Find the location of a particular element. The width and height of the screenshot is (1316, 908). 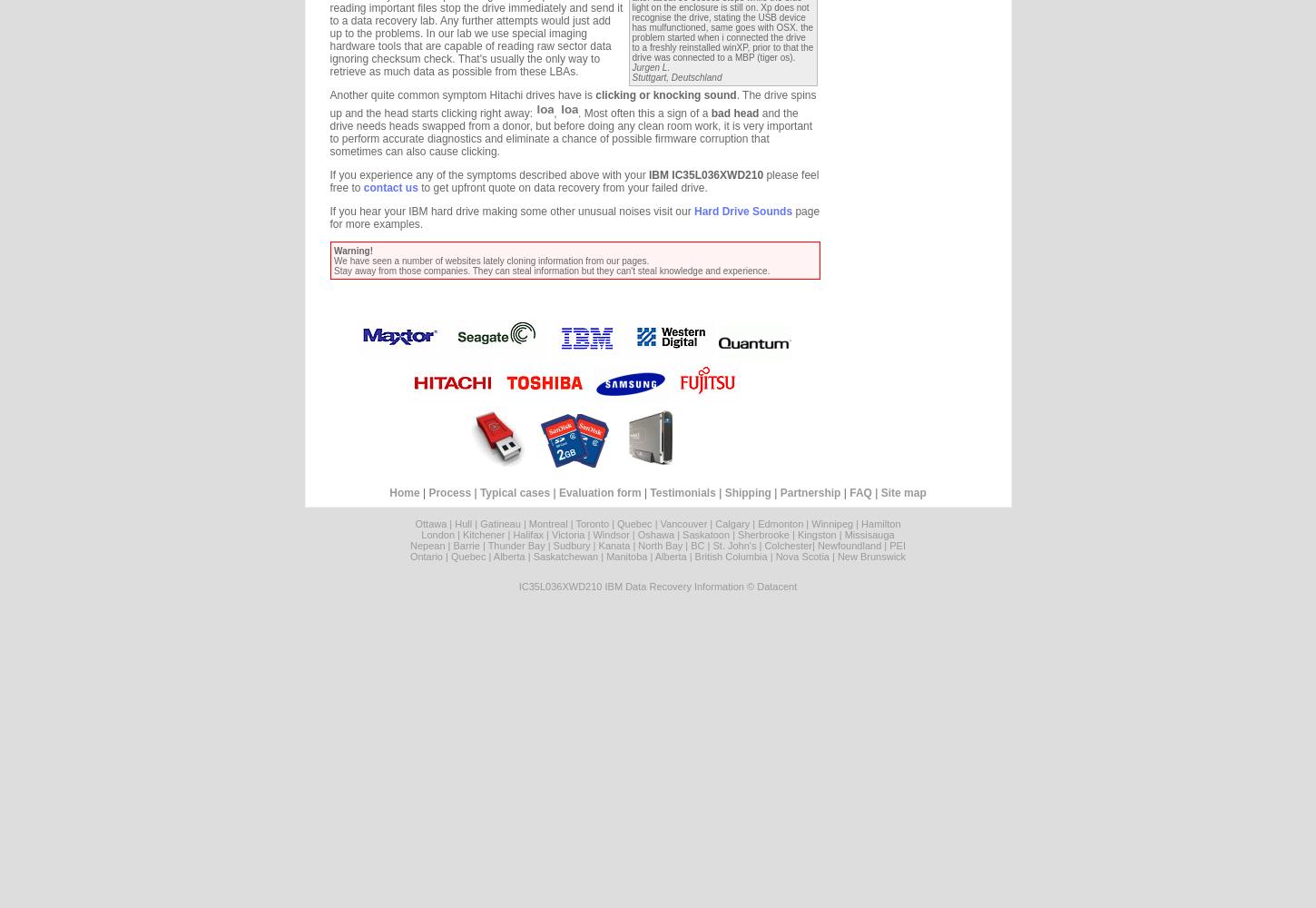

'clicking or knocking sound' is located at coordinates (594, 94).